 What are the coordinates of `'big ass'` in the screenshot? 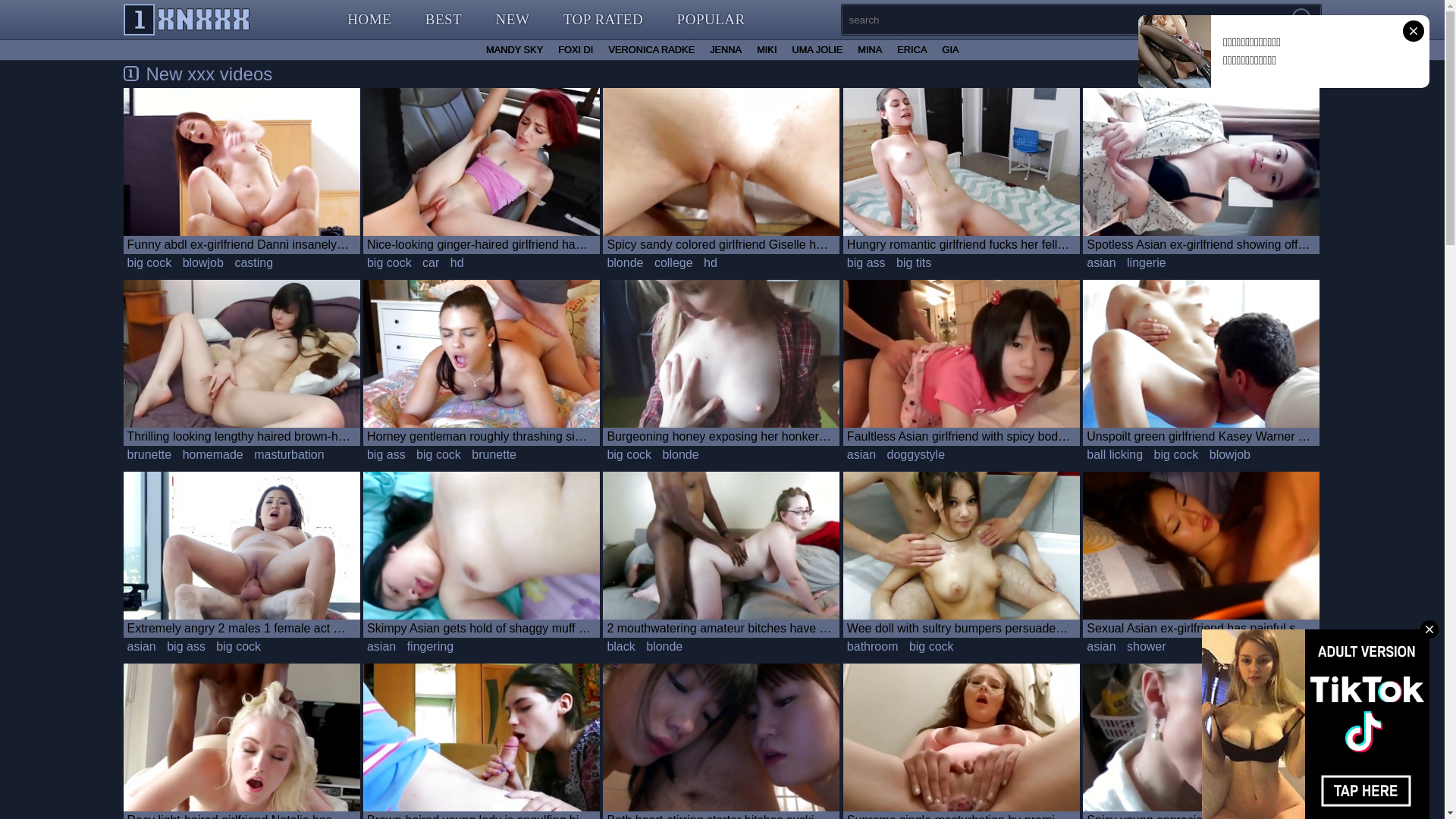 It's located at (185, 646).